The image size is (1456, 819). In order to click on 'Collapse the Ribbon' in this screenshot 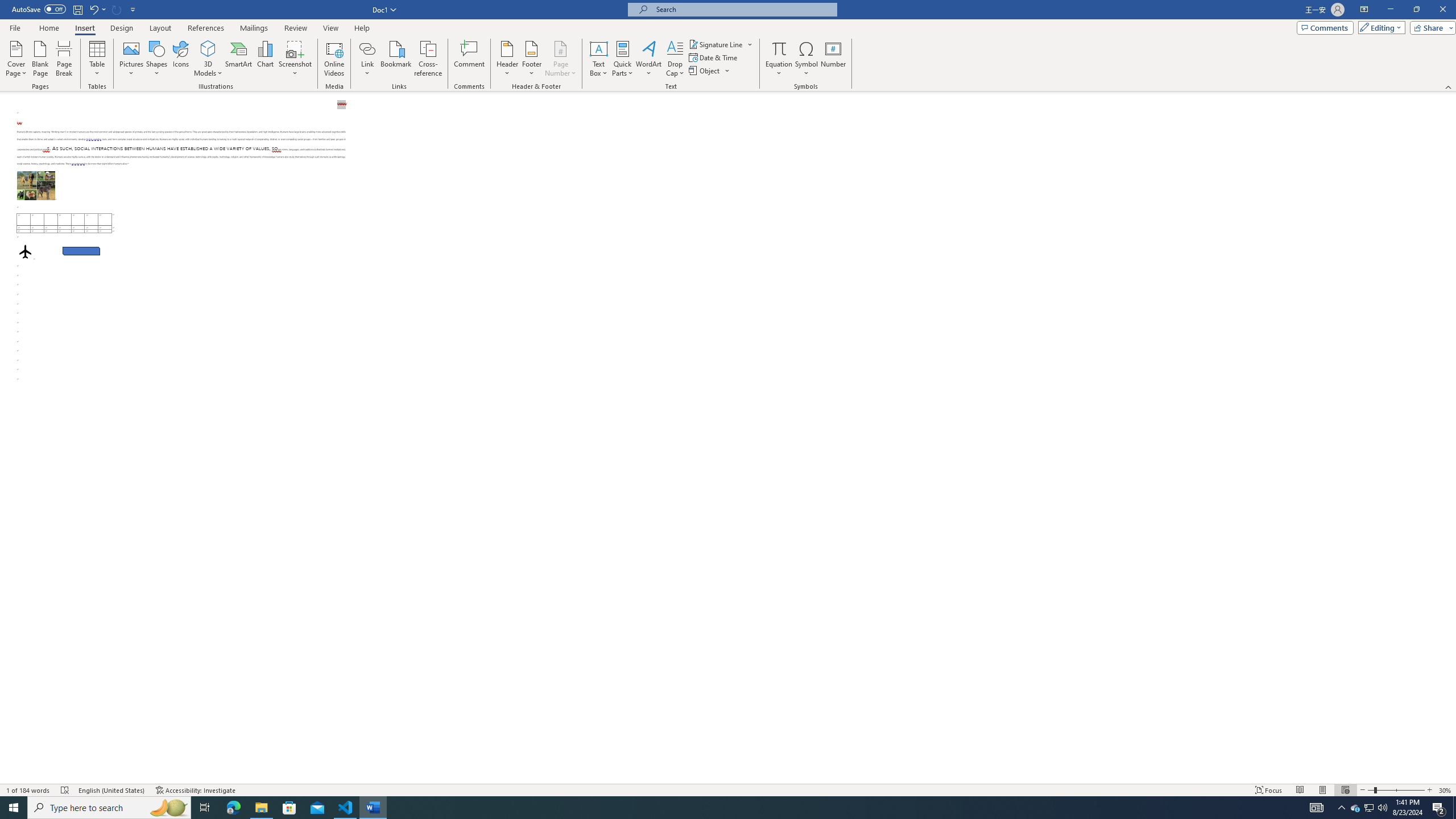, I will do `click(1449, 87)`.